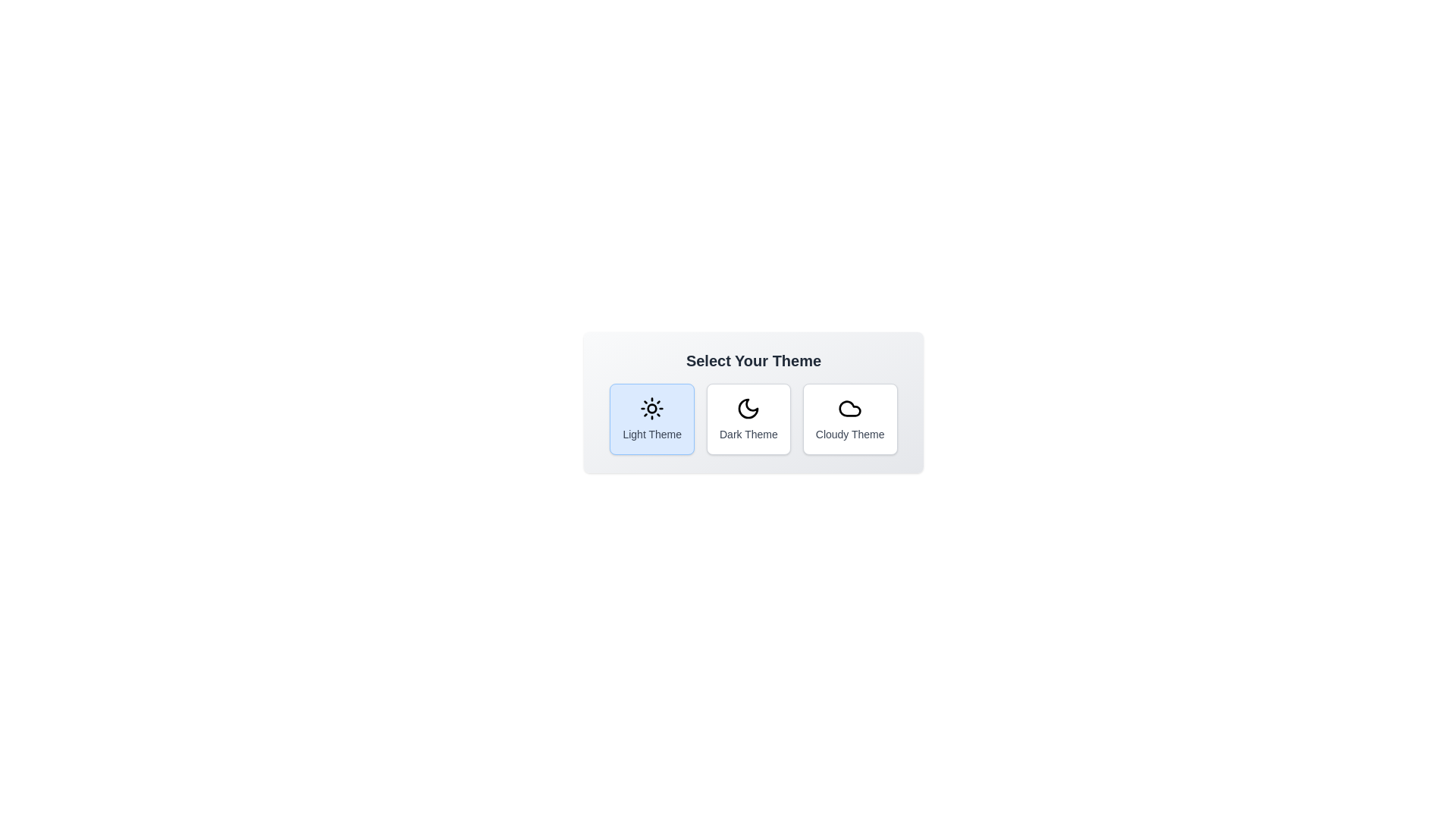  I want to click on the SVG sun icon located in the 'Light Theme' section, which features a circular core and radial lines, positioned at the center of the 'Light Theme' card, so click(652, 408).